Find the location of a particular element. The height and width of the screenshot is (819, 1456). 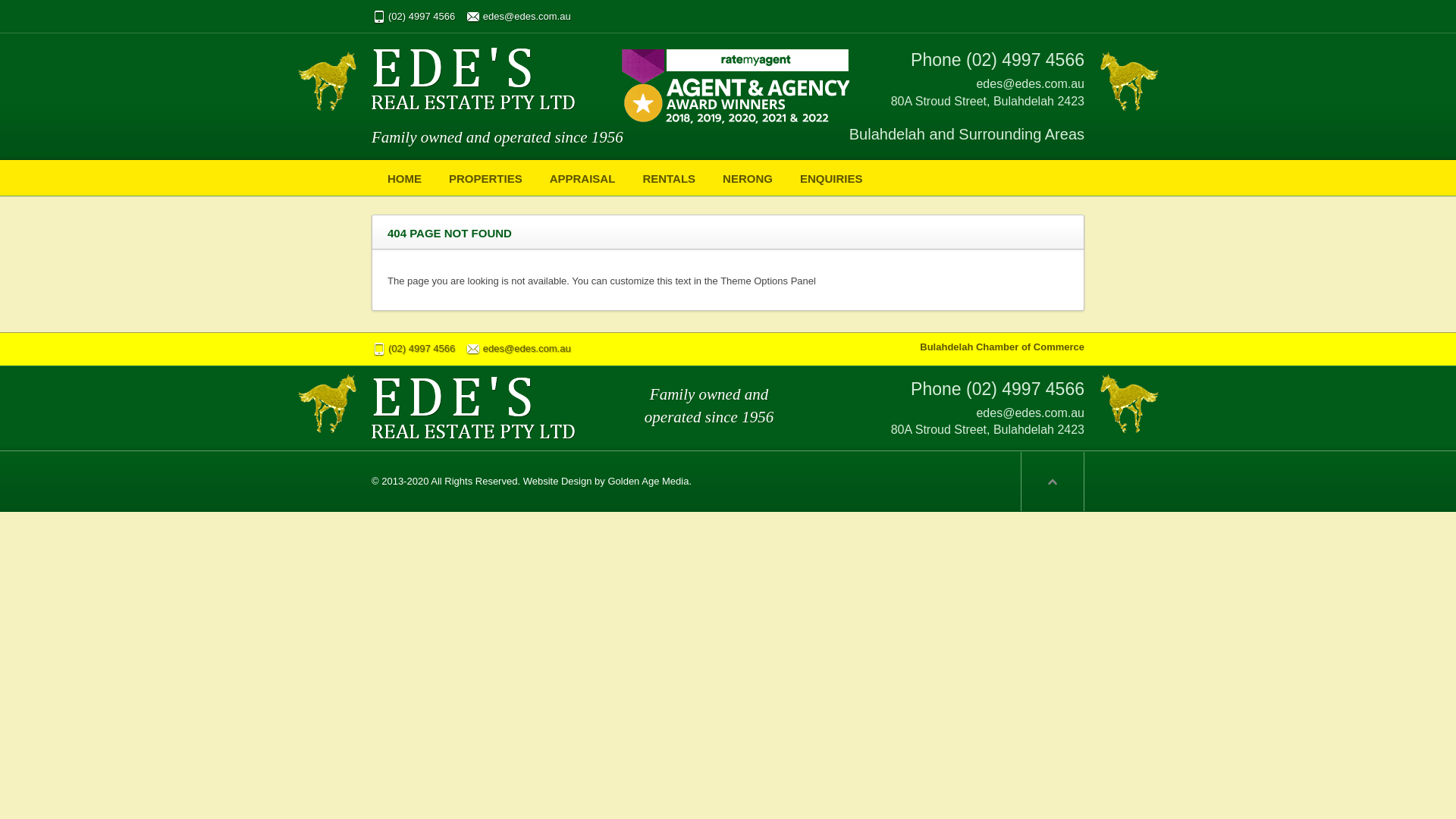

'NERONG' is located at coordinates (747, 177).